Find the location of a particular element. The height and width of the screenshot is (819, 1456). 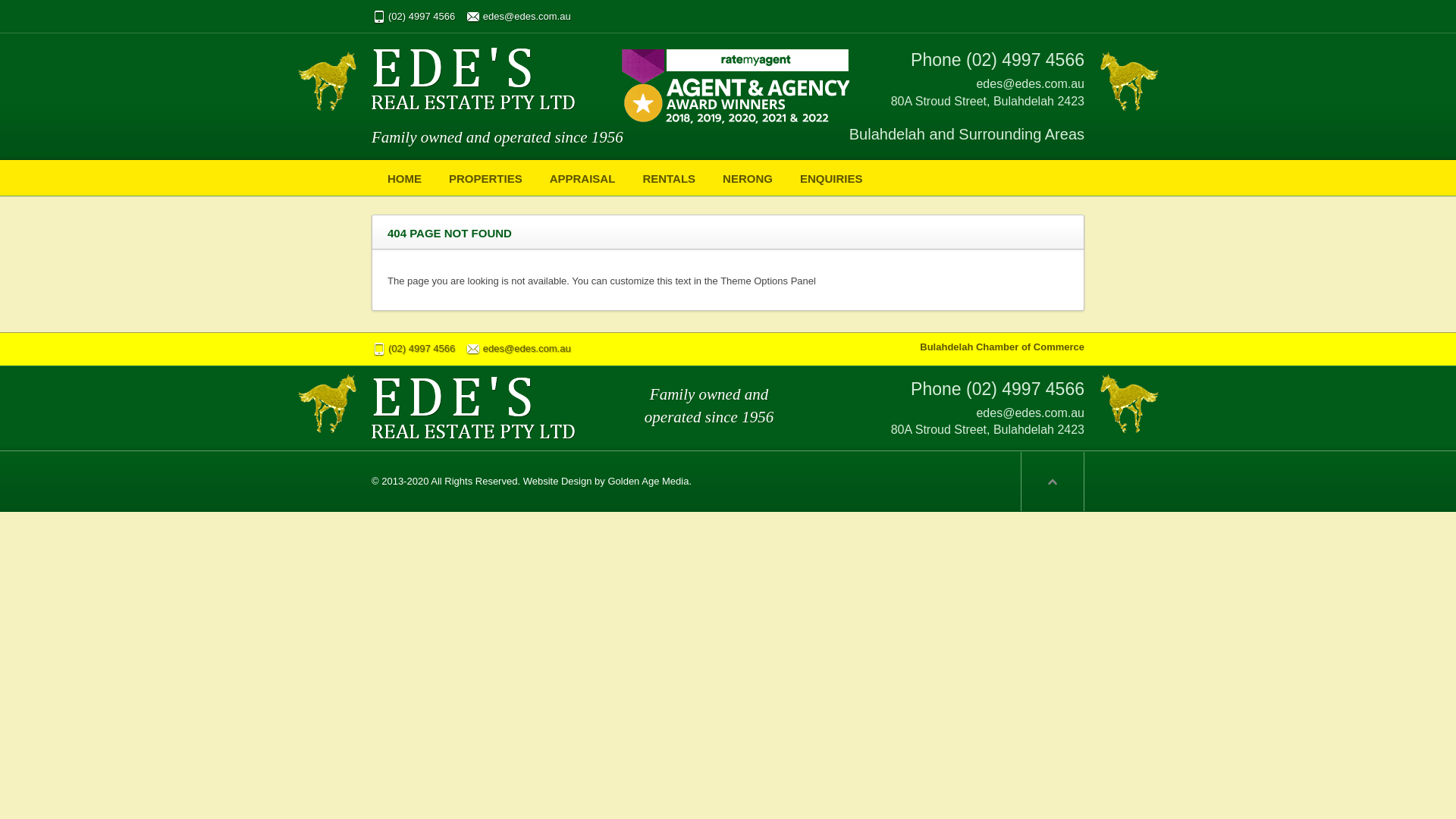

'NERONG' is located at coordinates (747, 177).